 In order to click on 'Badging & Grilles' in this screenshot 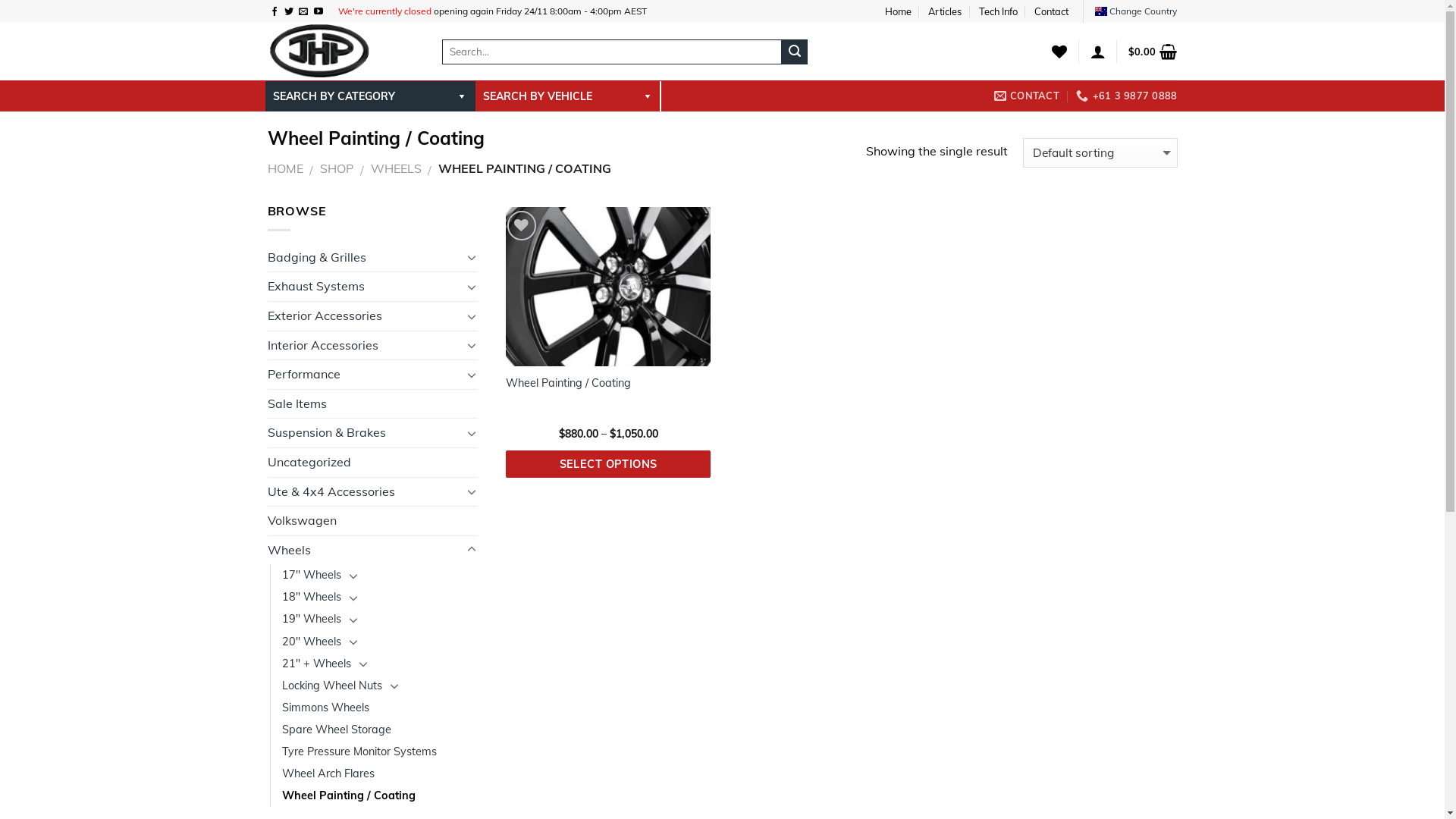, I will do `click(266, 256)`.